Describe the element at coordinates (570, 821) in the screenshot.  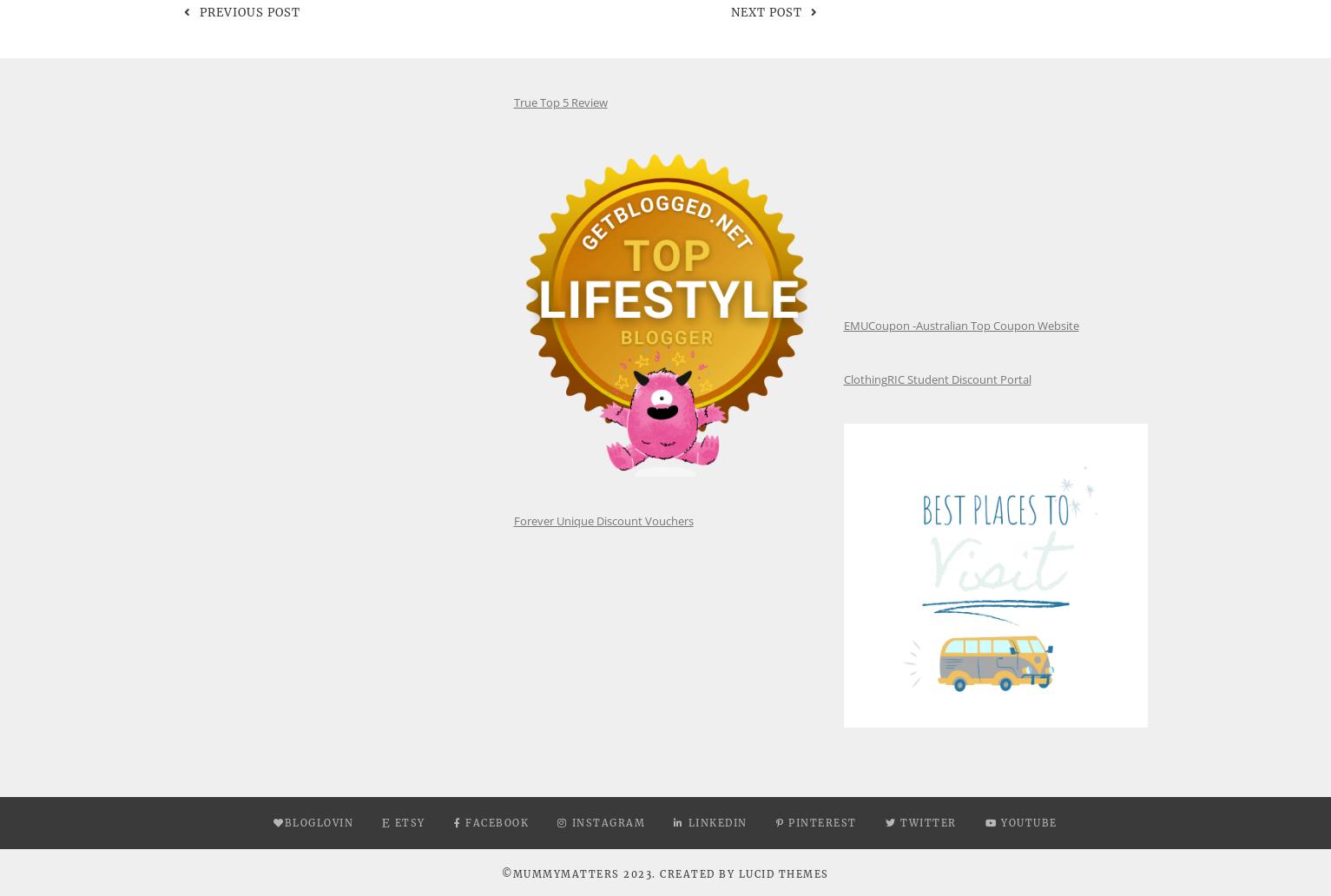
I see `'Instagram'` at that location.